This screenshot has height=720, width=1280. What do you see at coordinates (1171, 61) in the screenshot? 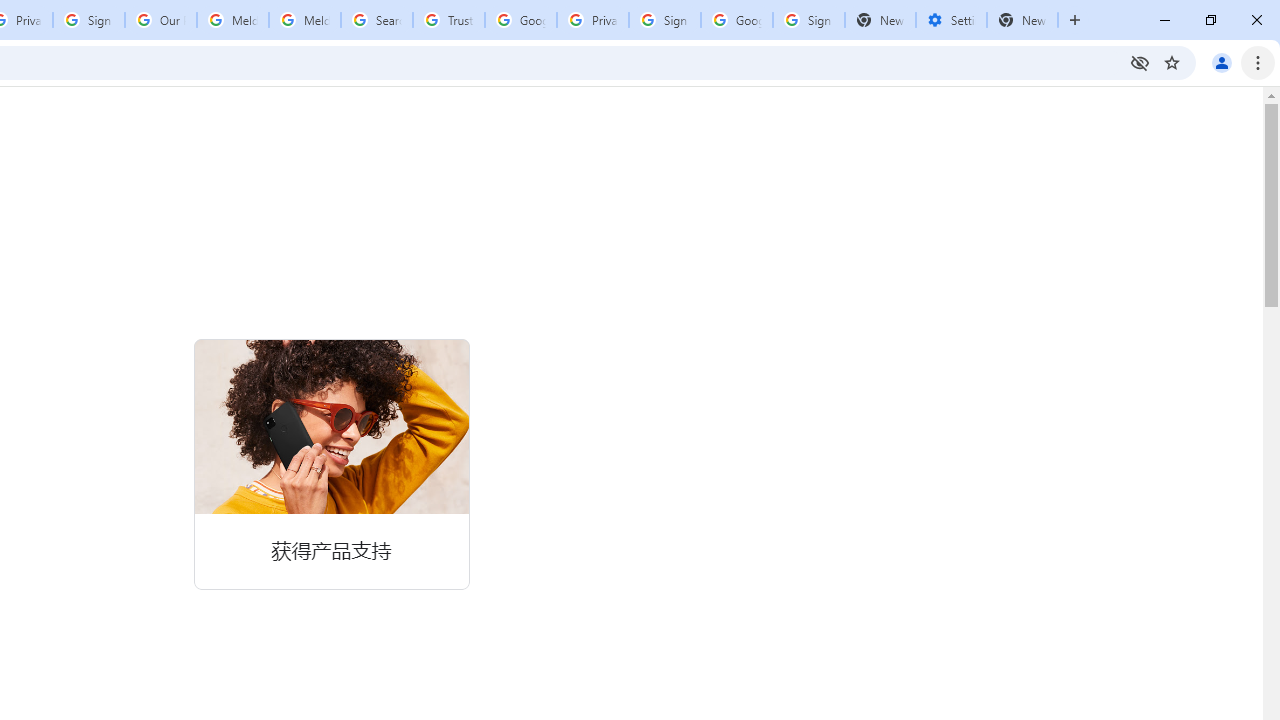
I see `'Bookmark this tab'` at bounding box center [1171, 61].